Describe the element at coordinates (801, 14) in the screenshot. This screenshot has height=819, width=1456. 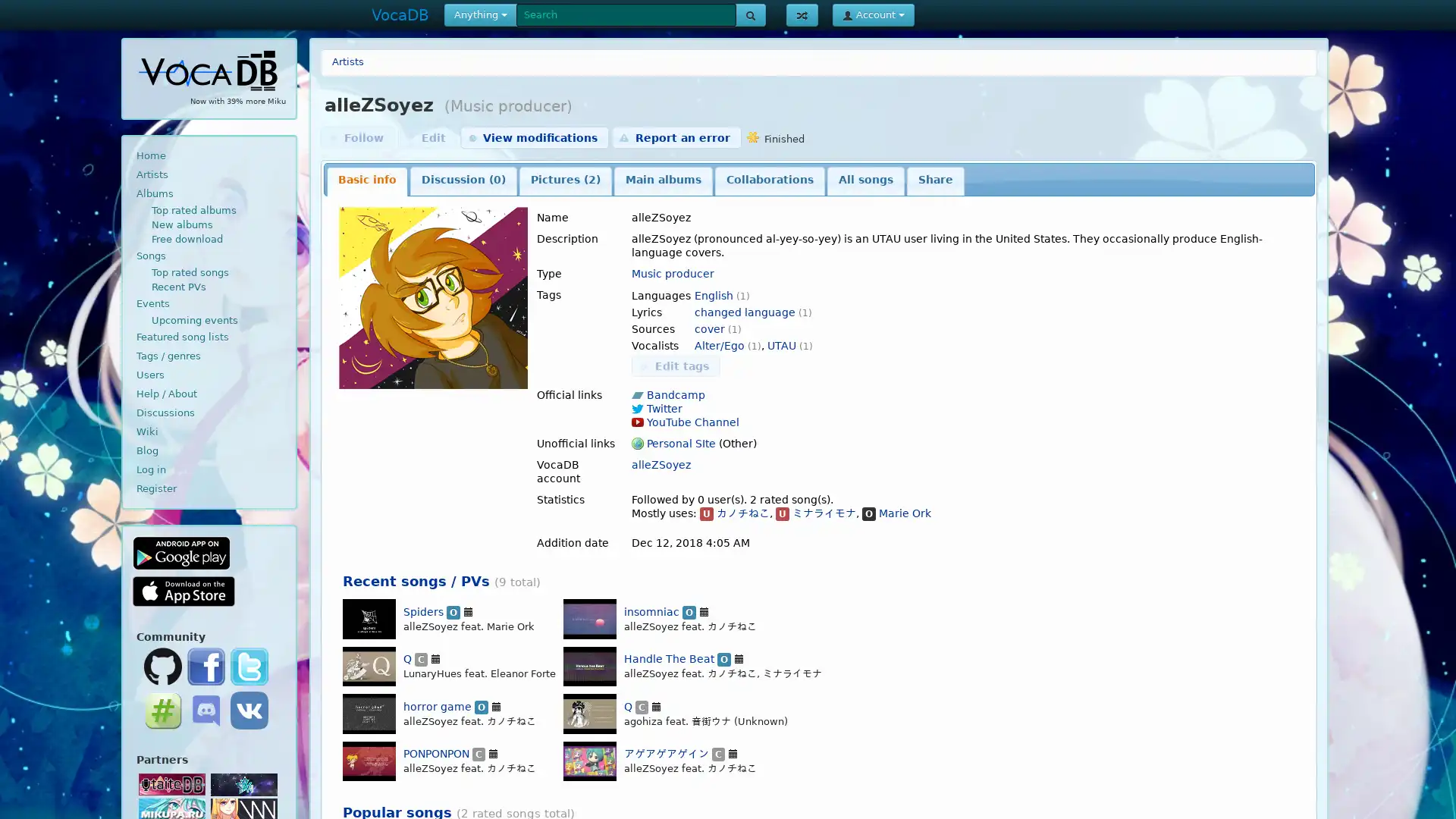
I see `Show random page` at that location.